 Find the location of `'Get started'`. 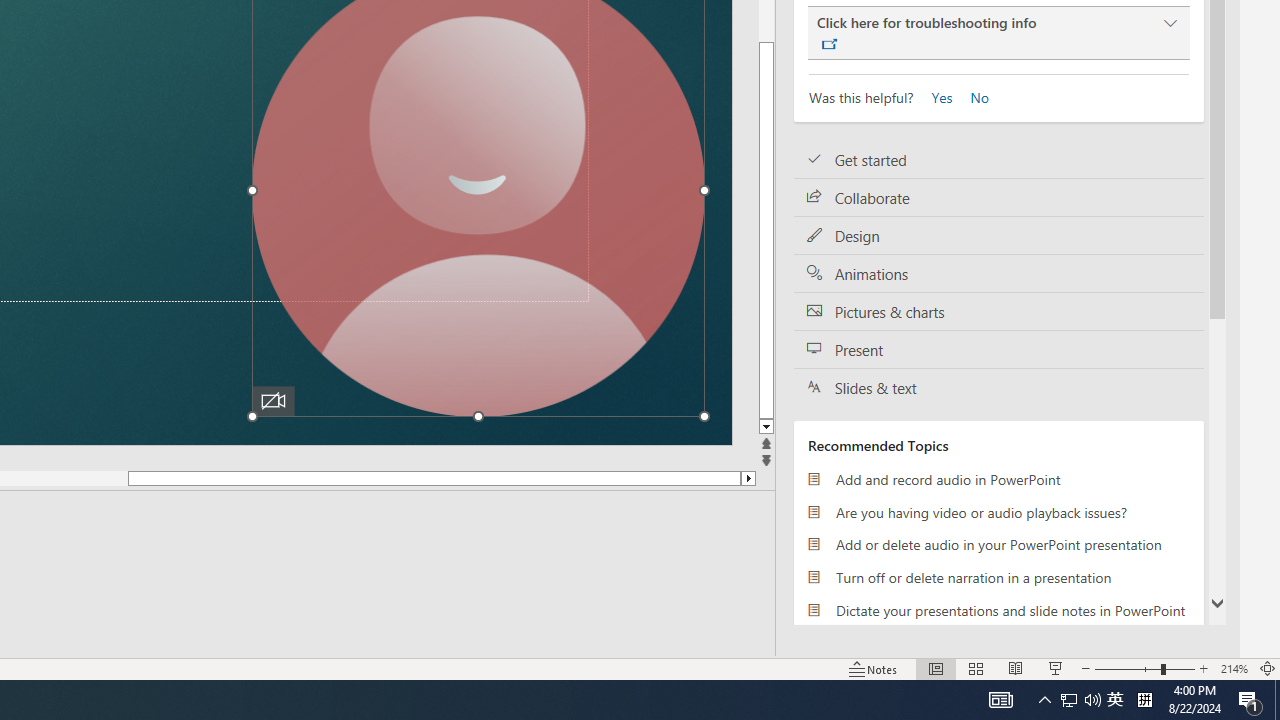

'Get started' is located at coordinates (999, 159).